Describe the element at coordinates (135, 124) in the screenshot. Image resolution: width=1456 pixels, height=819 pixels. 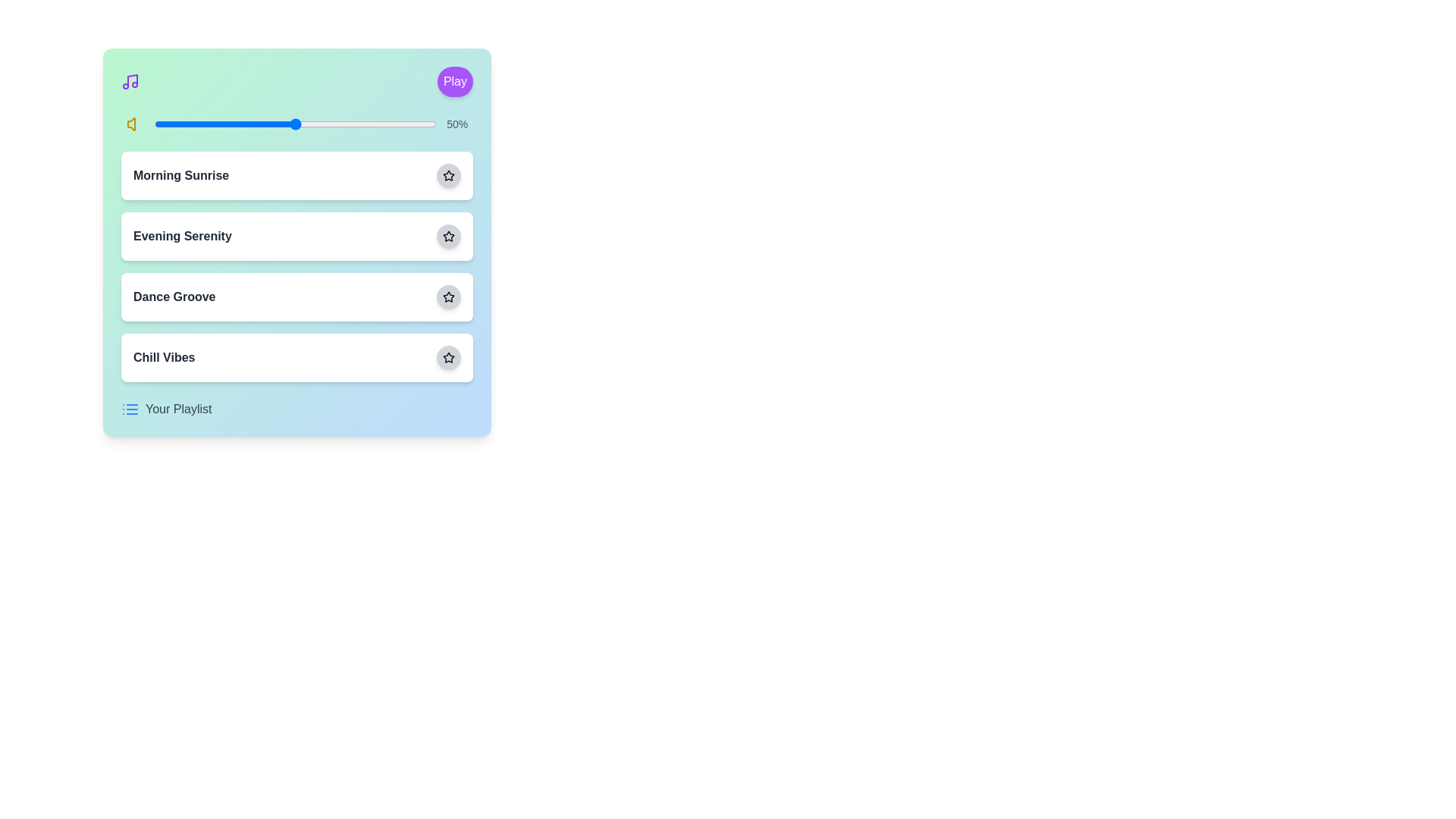
I see `the sound or volume icon located to the left of the horizontal slider and the text '50%'` at that location.